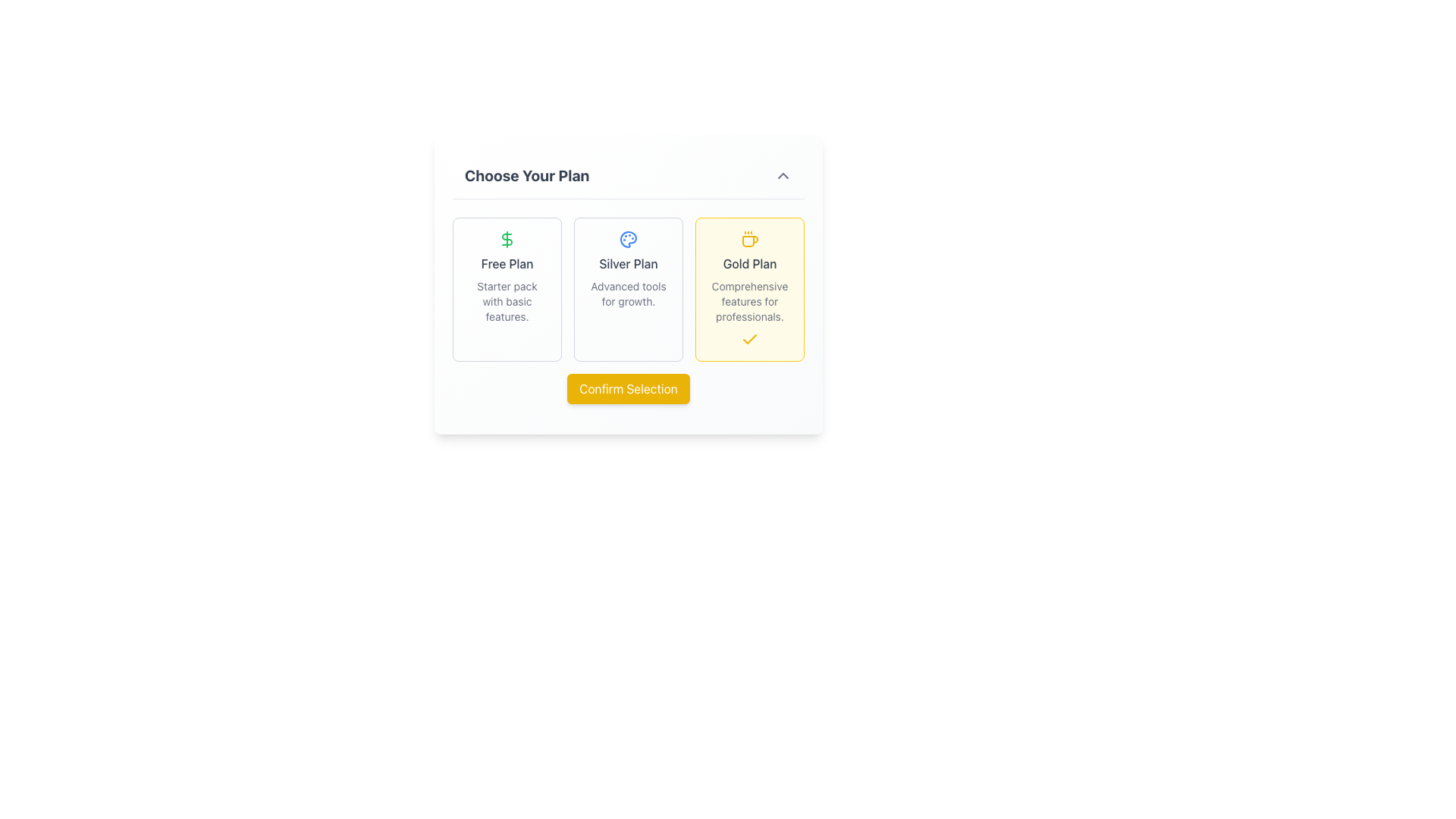 The height and width of the screenshot is (819, 1456). I want to click on the 'Silver Plan' card, so click(629, 289).